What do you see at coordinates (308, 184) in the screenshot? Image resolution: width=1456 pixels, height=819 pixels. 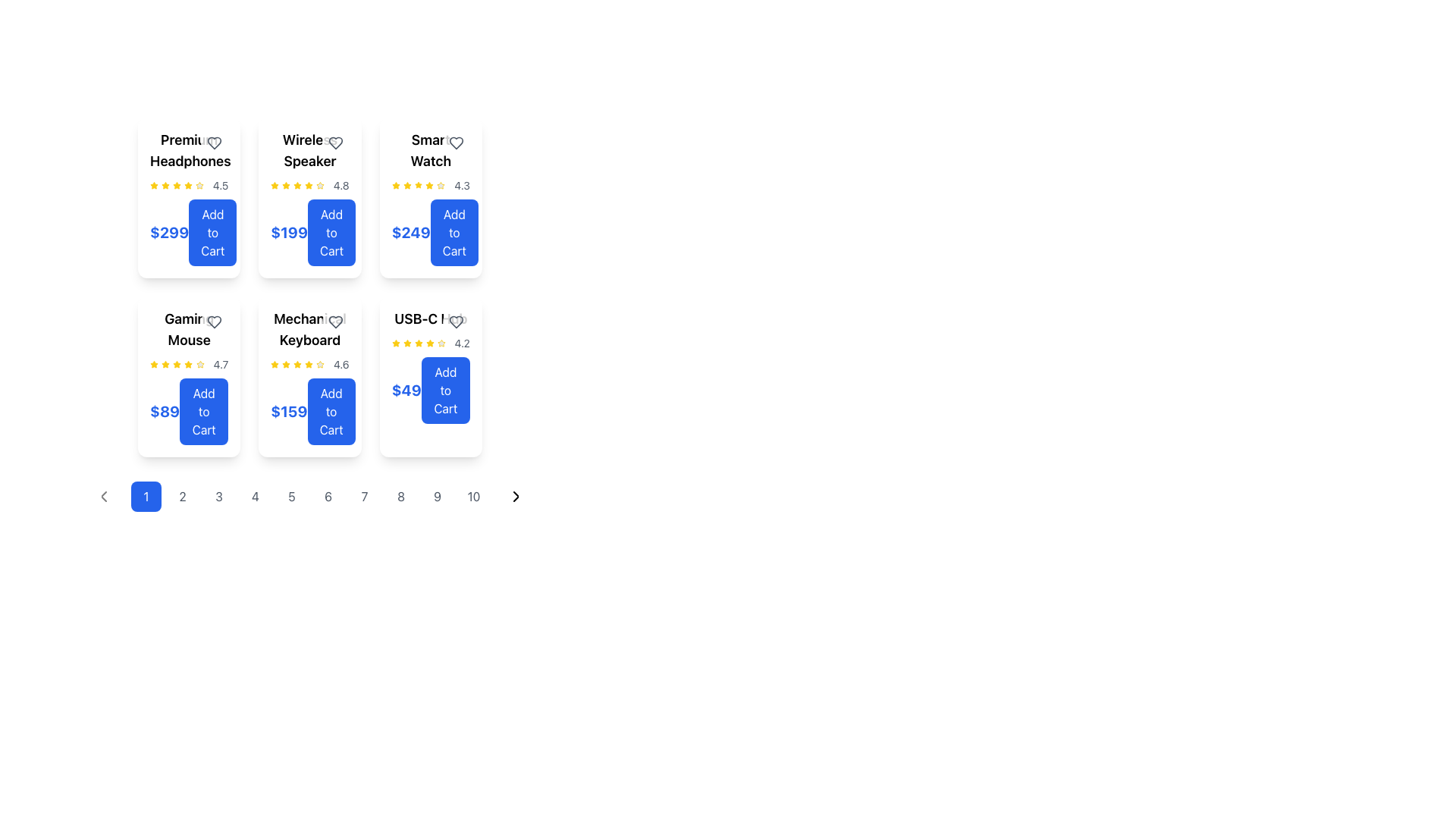 I see `the vibrant yellow star icon in the review section to interact with the rating` at bounding box center [308, 184].